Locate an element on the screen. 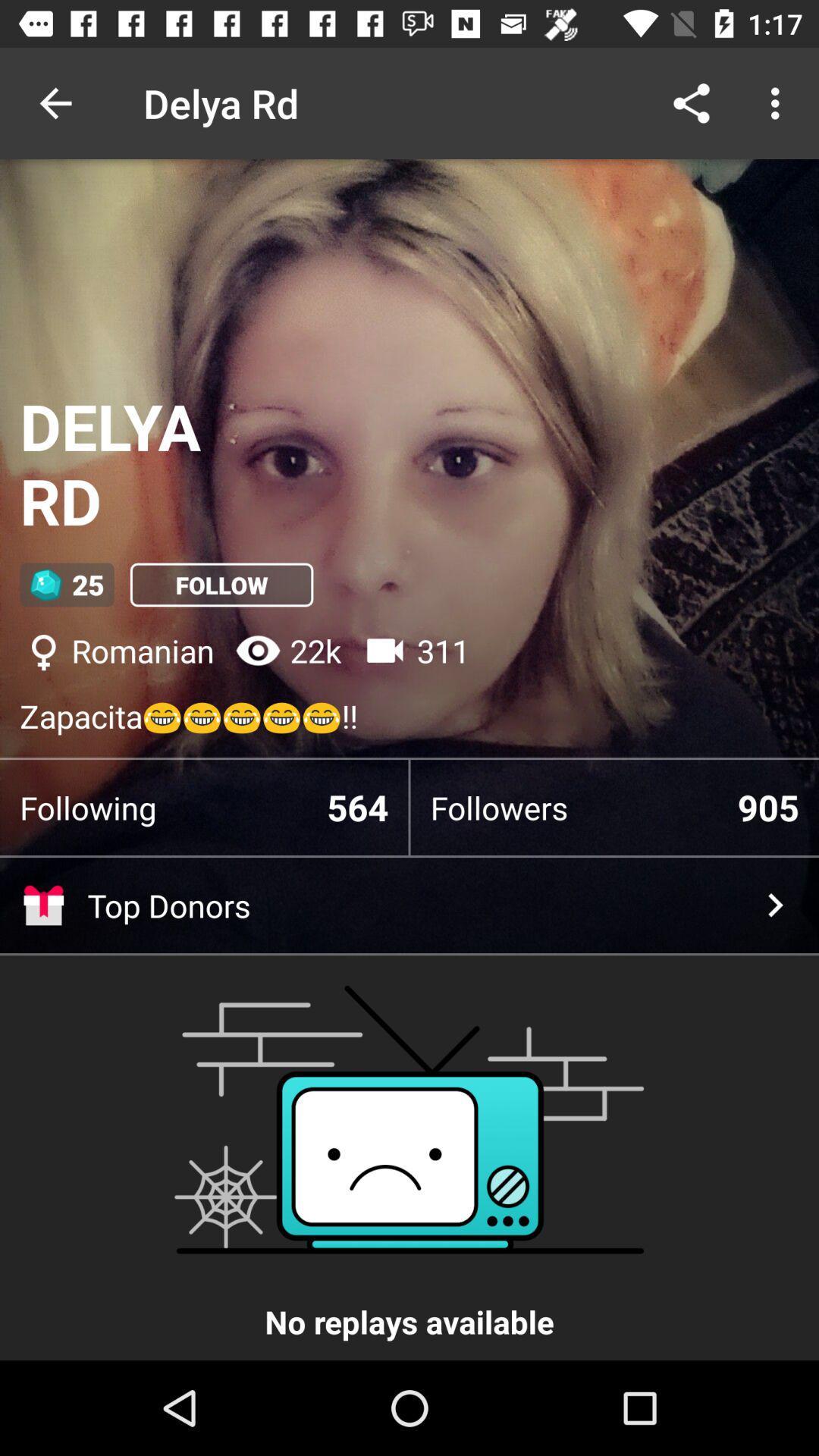  item below the delya is located at coordinates (221, 584).